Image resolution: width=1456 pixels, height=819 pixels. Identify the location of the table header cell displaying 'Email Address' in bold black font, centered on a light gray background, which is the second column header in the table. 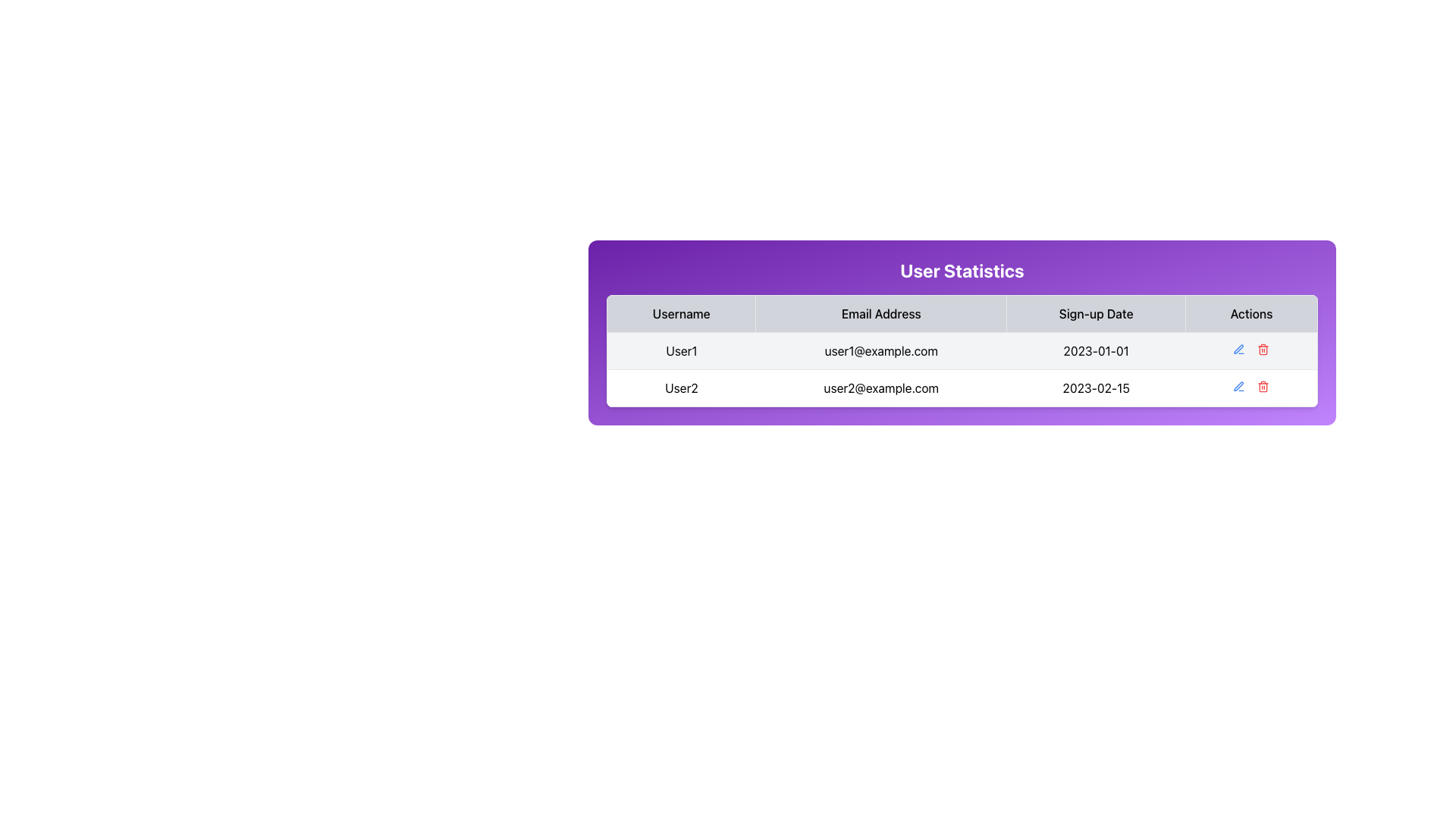
(881, 312).